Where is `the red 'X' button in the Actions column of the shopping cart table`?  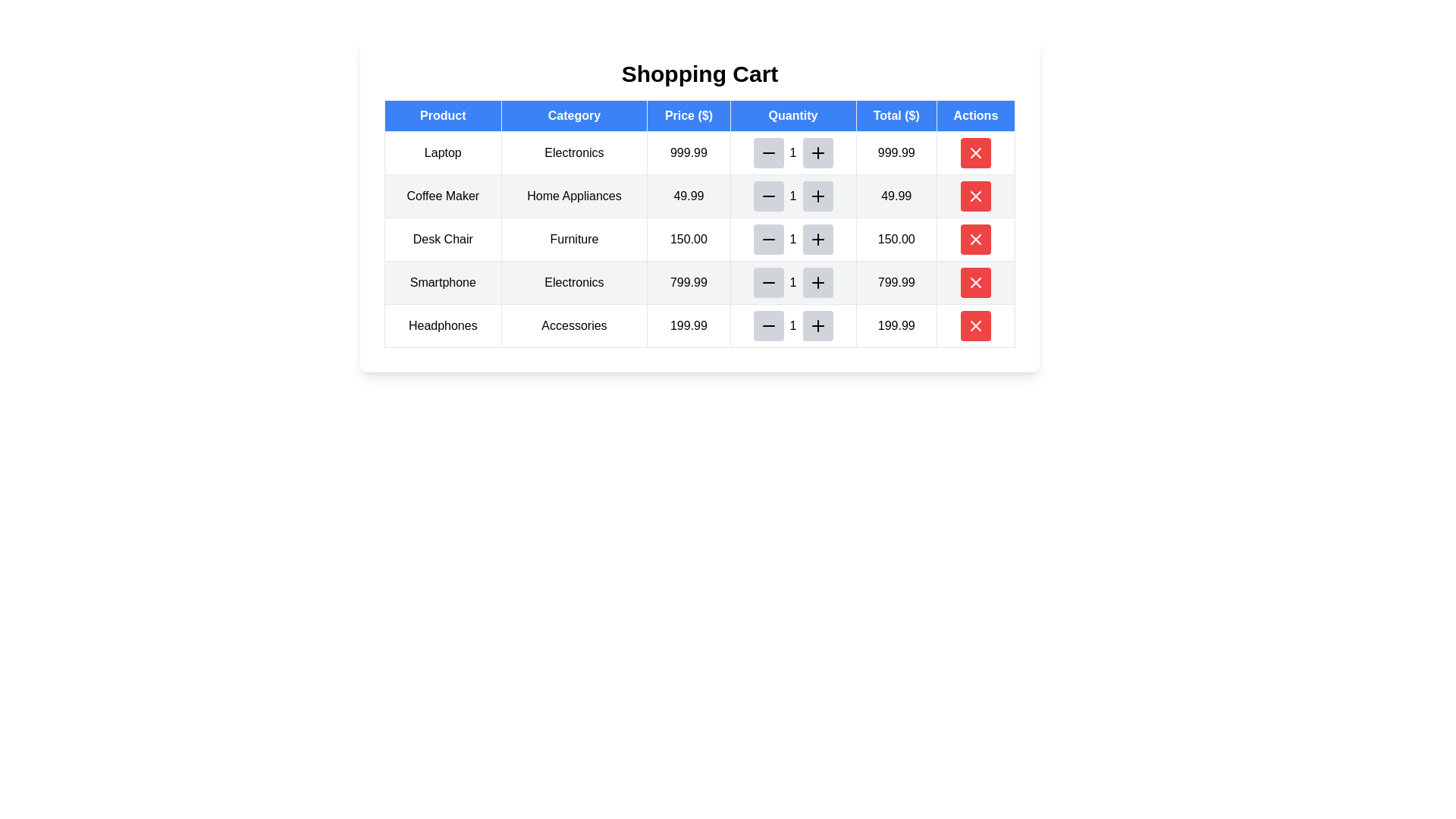
the red 'X' button in the Actions column of the shopping cart table is located at coordinates (975, 152).